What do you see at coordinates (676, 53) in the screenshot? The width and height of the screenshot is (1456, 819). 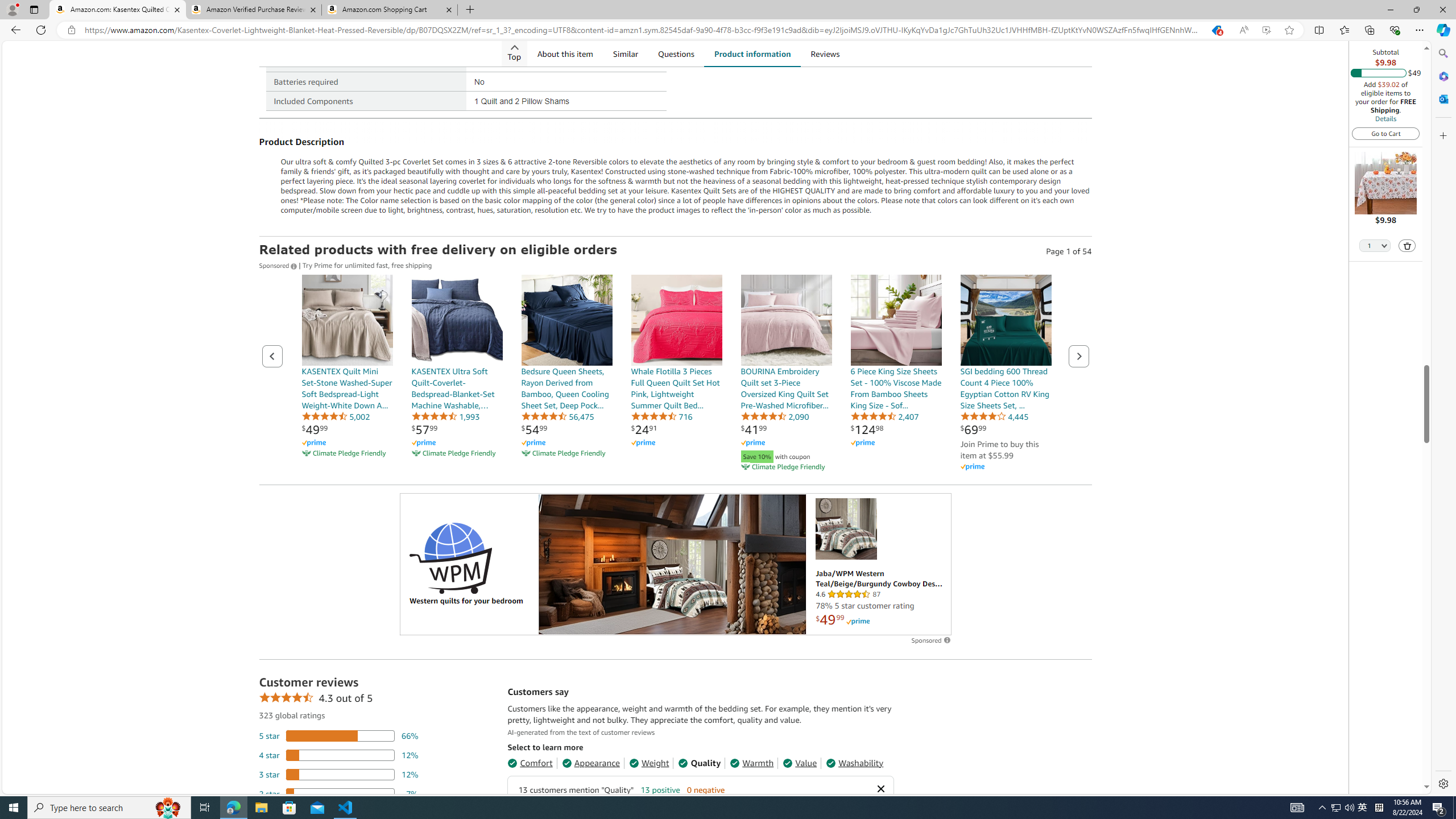 I see `'Questions'` at bounding box center [676, 53].